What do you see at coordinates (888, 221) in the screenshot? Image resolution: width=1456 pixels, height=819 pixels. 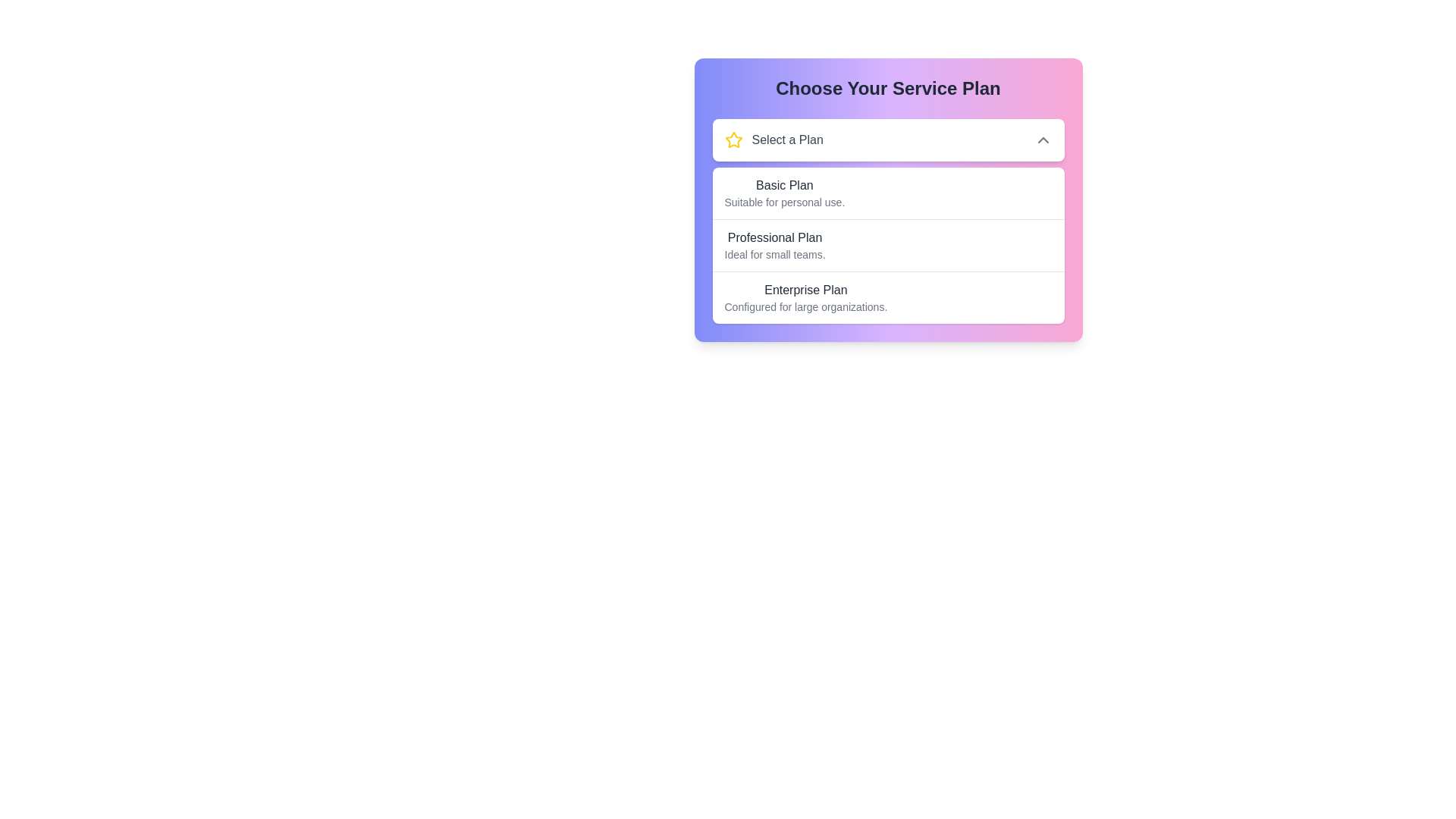 I see `the 'Professional Plan' card, which is the second option in the service plan list` at bounding box center [888, 221].